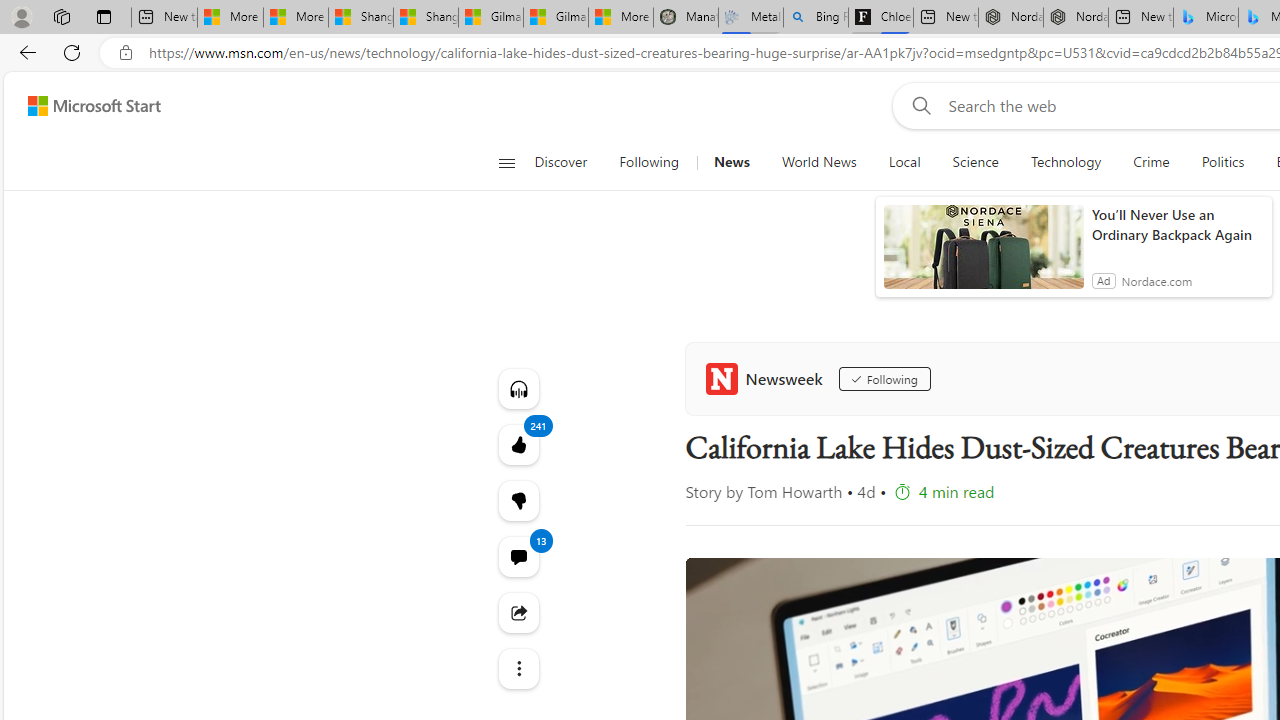  Describe the element at coordinates (816, 17) in the screenshot. I see `'Bing Real Estate - Home sales and rental listings'` at that location.